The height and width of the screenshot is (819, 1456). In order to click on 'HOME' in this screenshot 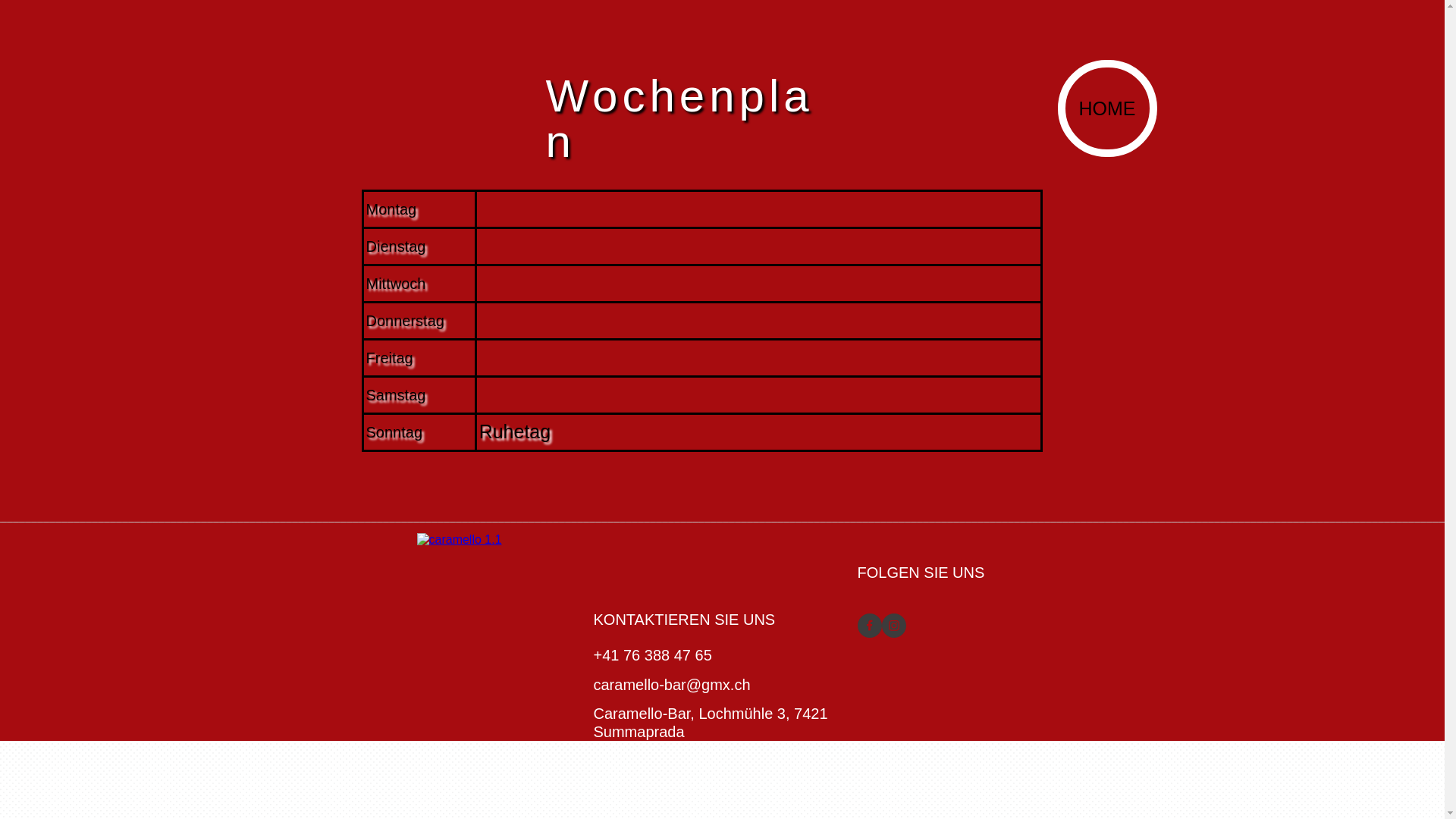, I will do `click(1063, 107)`.